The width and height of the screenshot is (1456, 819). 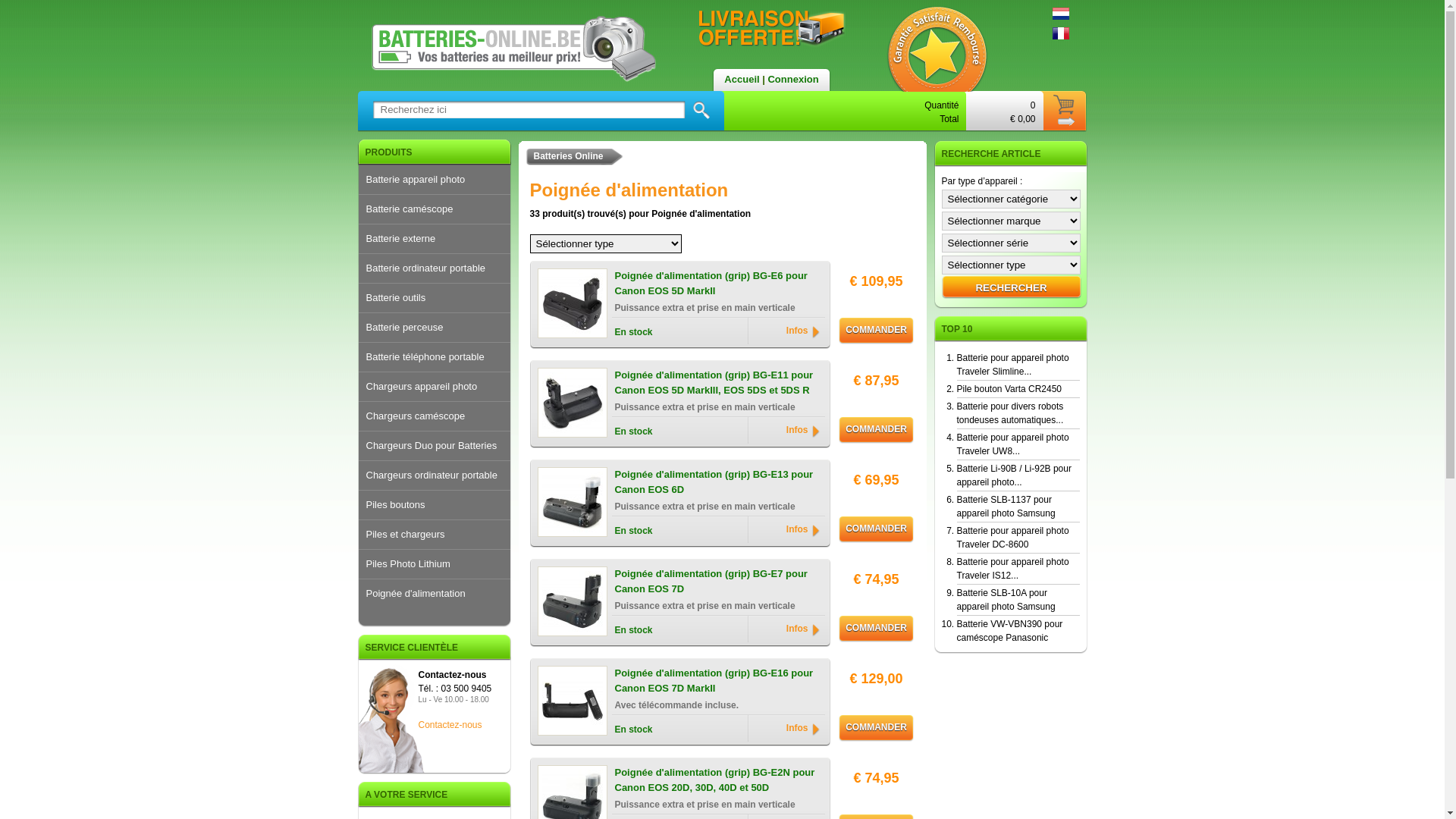 I want to click on 'Batterie pour appareil photo Traveler DC-8600', so click(x=1012, y=537).